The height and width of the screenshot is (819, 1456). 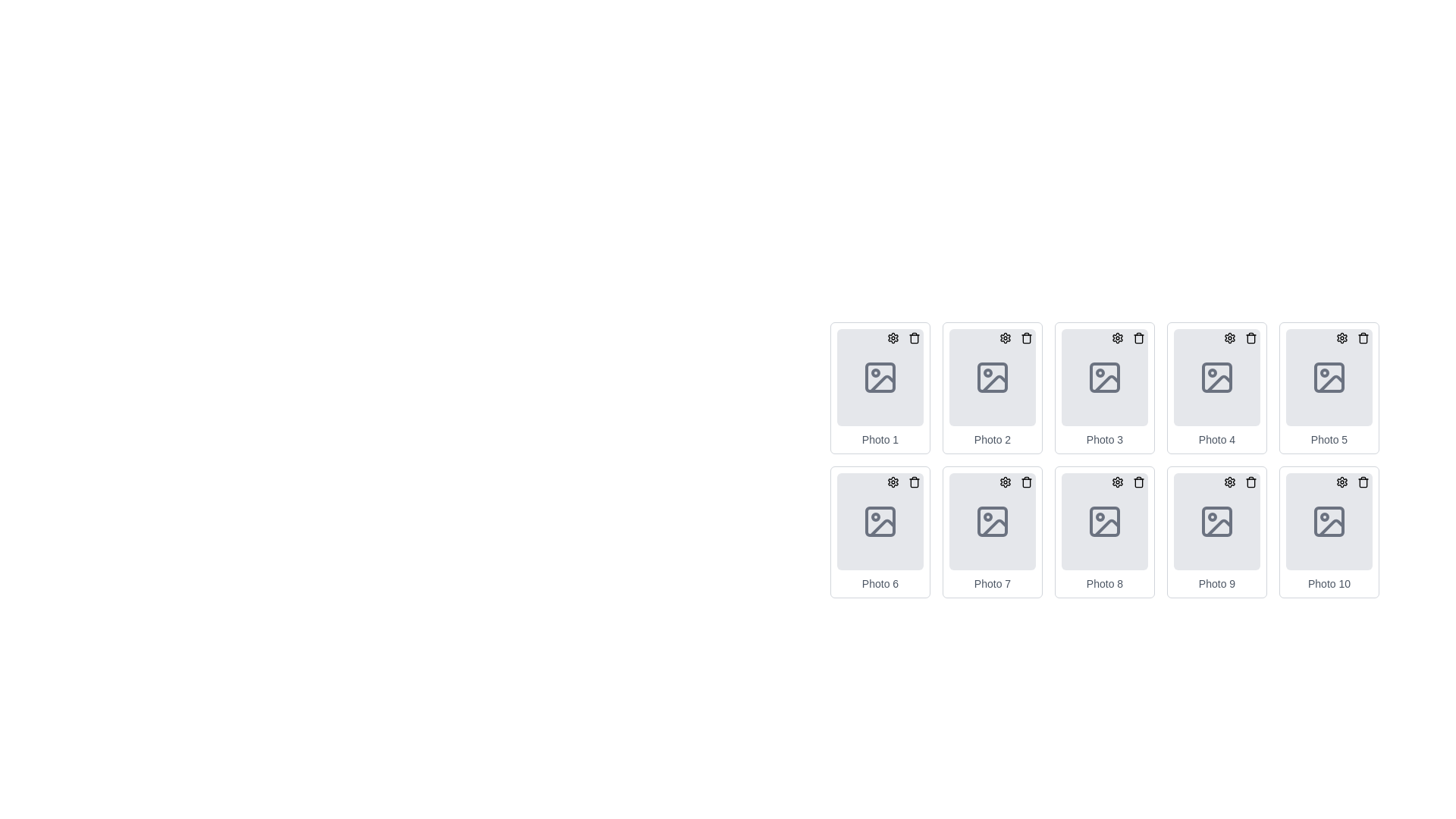 I want to click on the settings icon associated with the thumbnail labeled 'Photo 9', which is located in the second-to-last column of the lower row in a grid layout, so click(x=1230, y=482).